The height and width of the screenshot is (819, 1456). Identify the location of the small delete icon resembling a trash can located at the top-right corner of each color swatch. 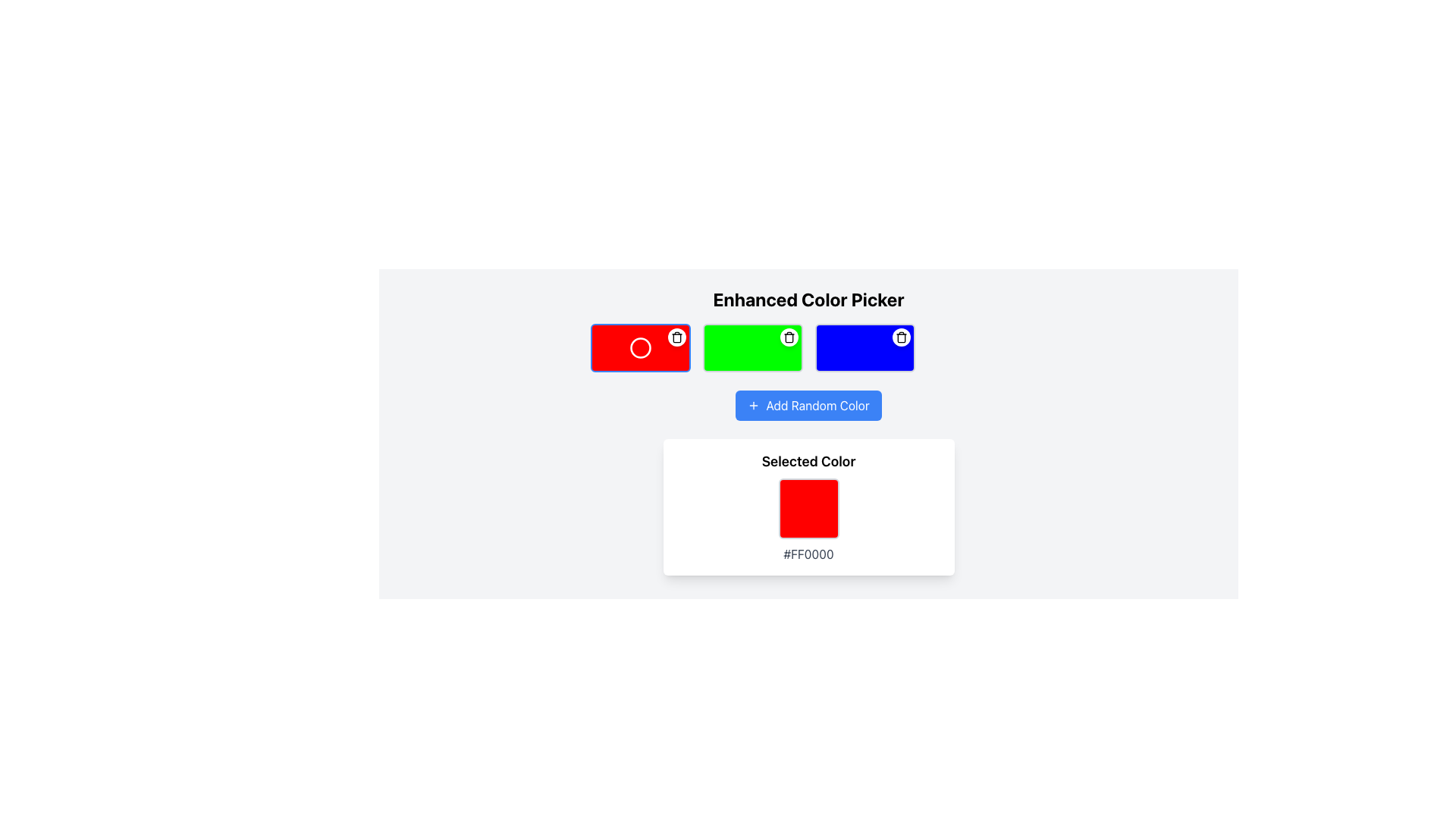
(676, 336).